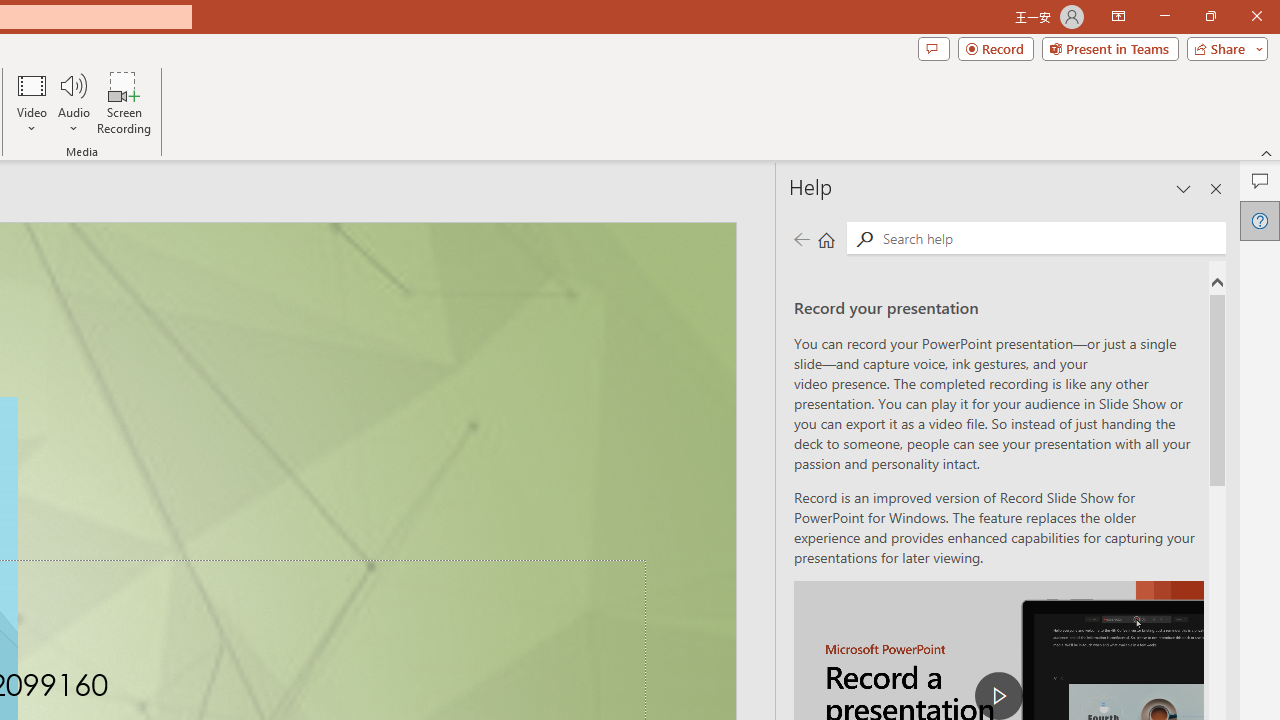 The height and width of the screenshot is (720, 1280). What do you see at coordinates (1255, 16) in the screenshot?
I see `'Close'` at bounding box center [1255, 16].